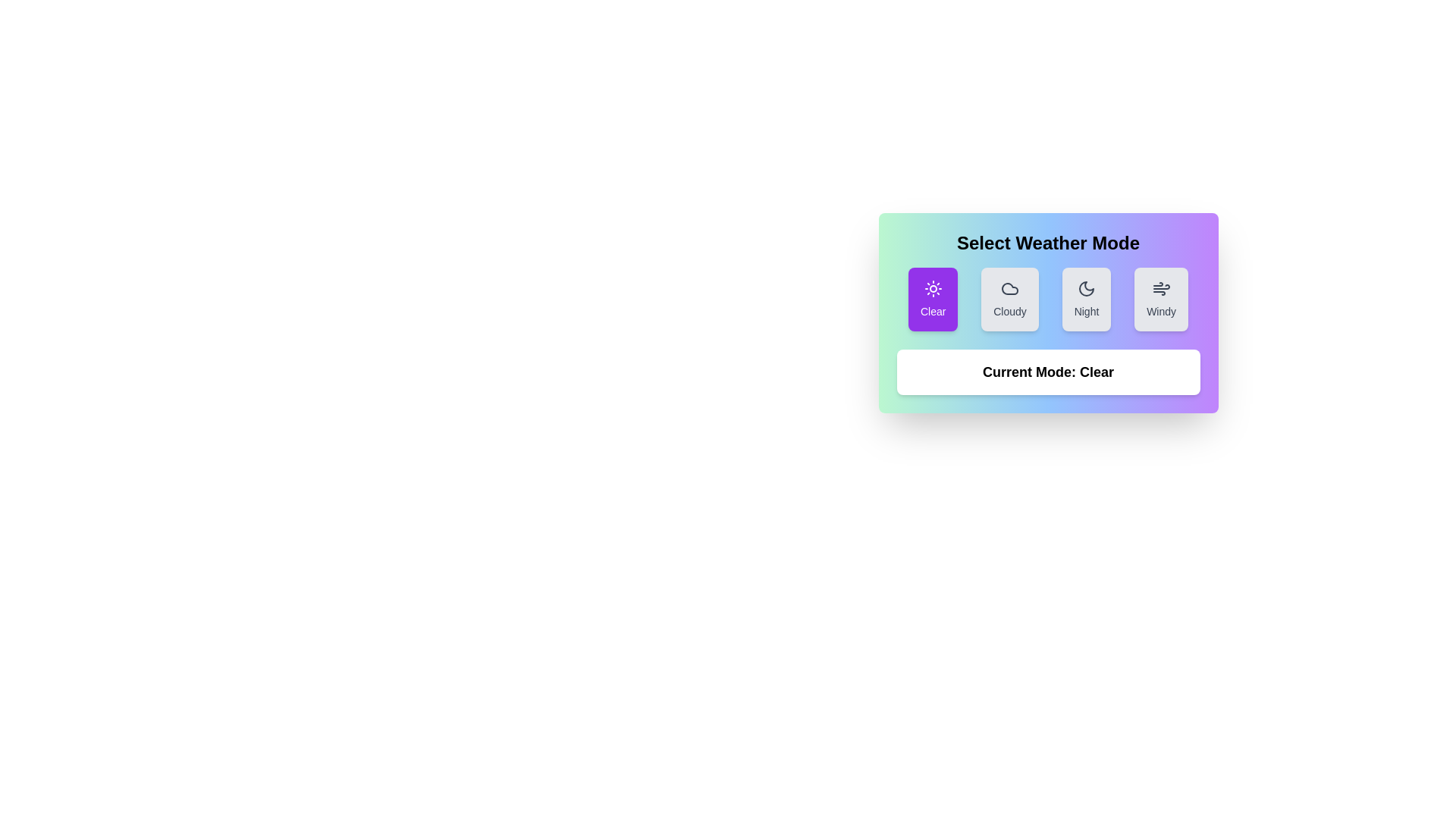  I want to click on the SVG icon representing the 'Cloudy' weather condition, which is located within the second button labeled 'Cloudy' in the weather selection interface, so click(1009, 289).